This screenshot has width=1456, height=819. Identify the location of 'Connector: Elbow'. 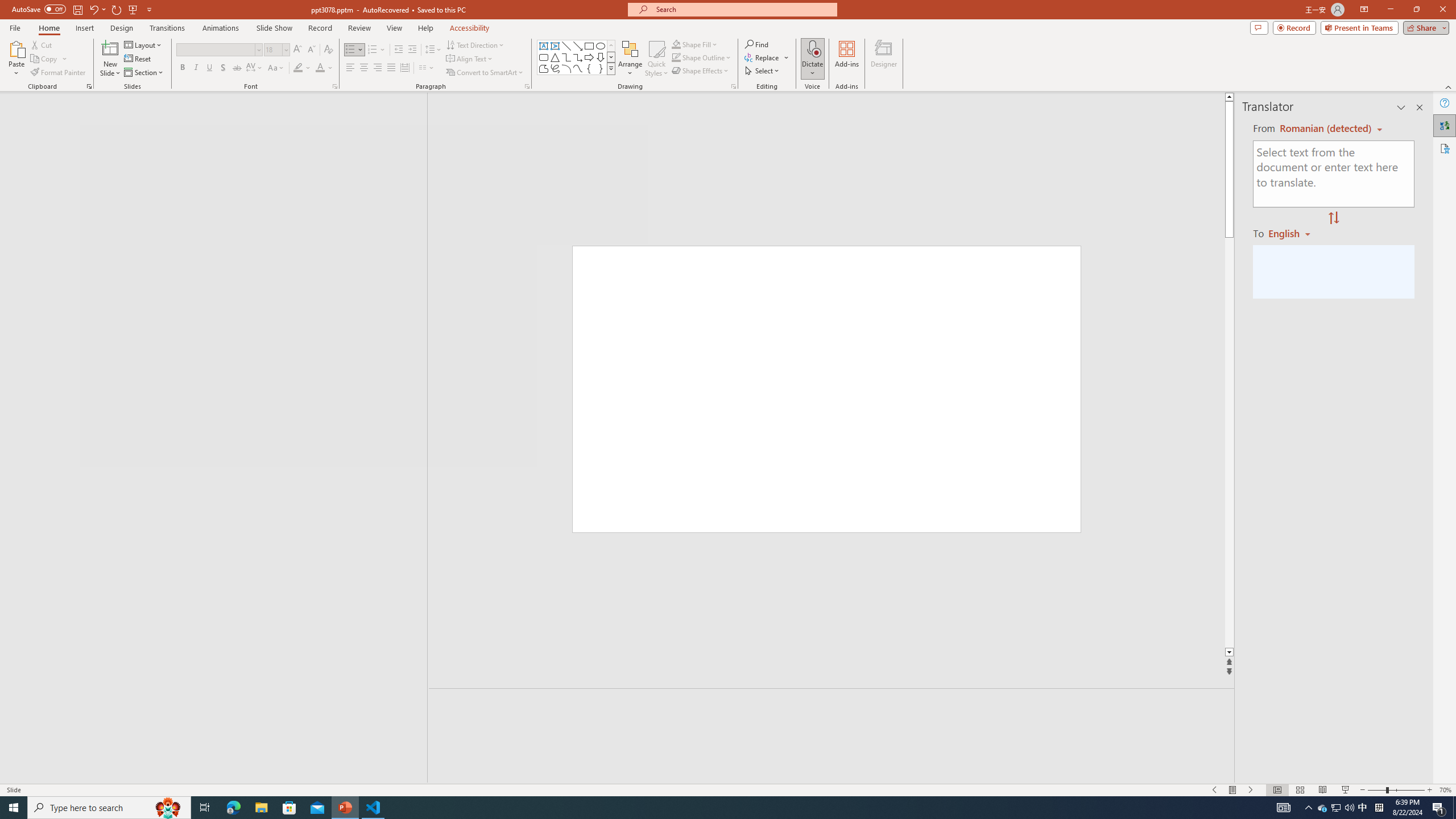
(565, 56).